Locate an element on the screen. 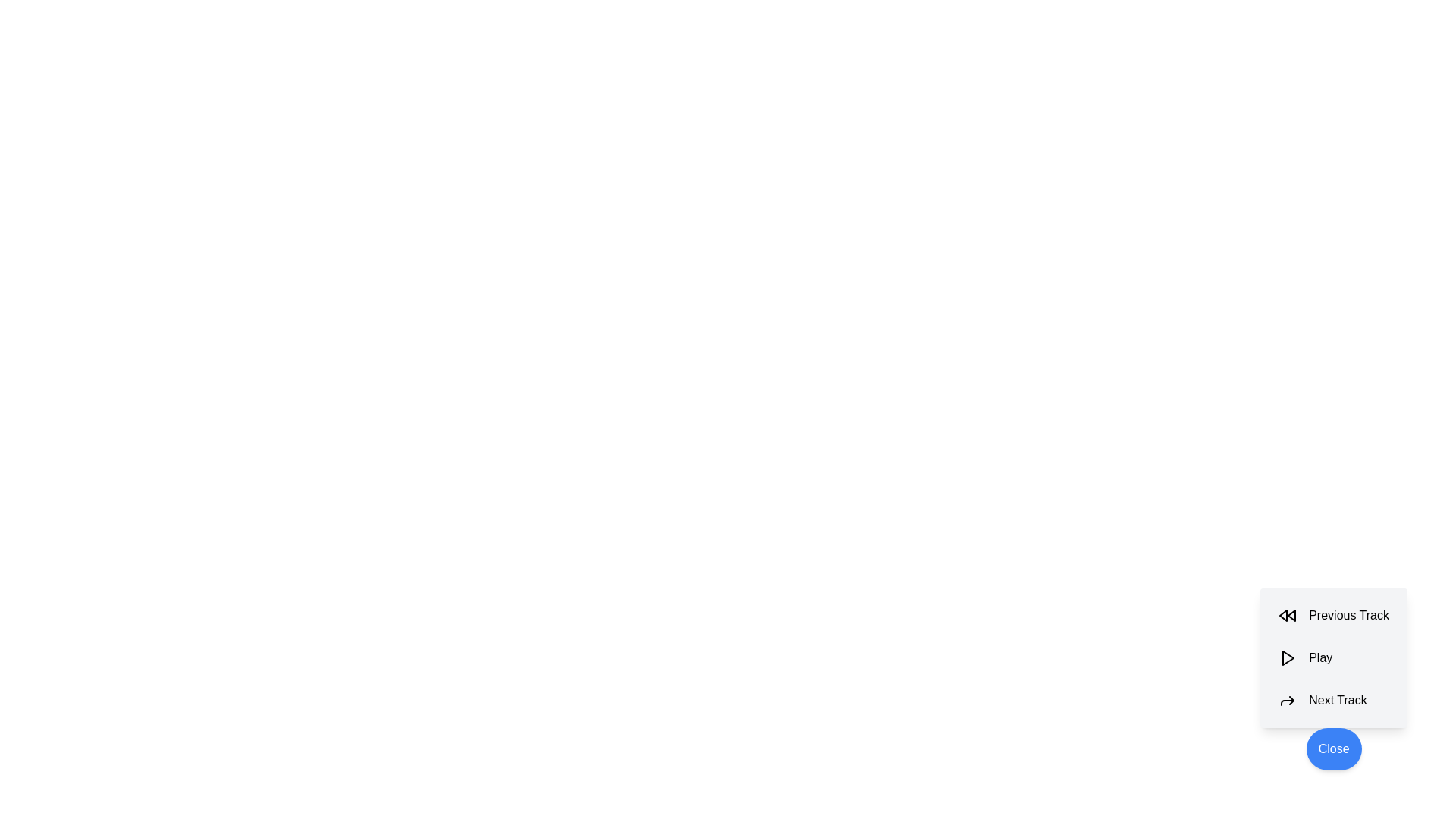 The image size is (1456, 819). the play icon button, which is a triangular shape pointing to the right, located in the bottom-right portion of the interface within a vertical menu list is located at coordinates (1288, 657).